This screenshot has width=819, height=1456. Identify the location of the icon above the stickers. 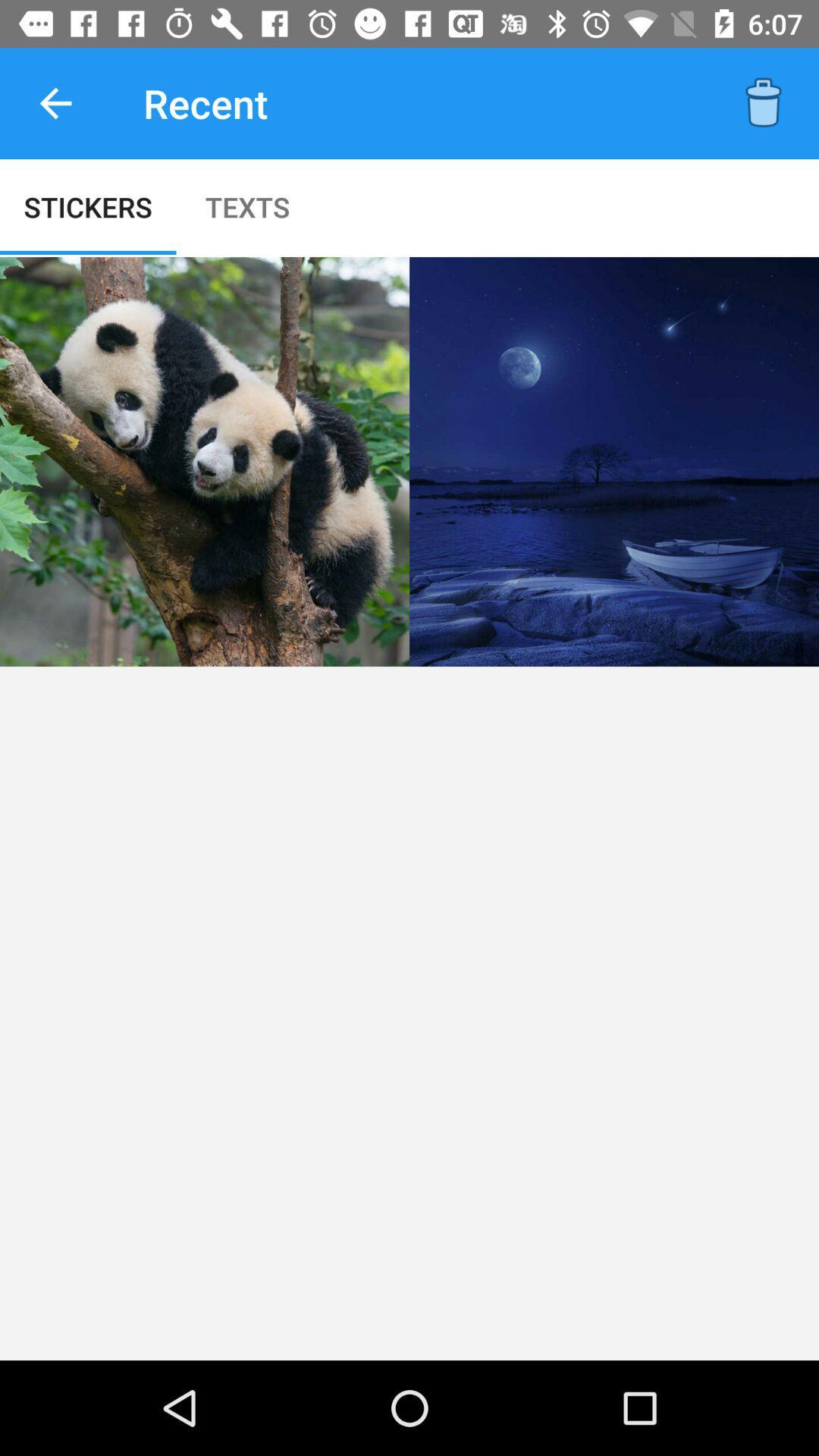
(55, 102).